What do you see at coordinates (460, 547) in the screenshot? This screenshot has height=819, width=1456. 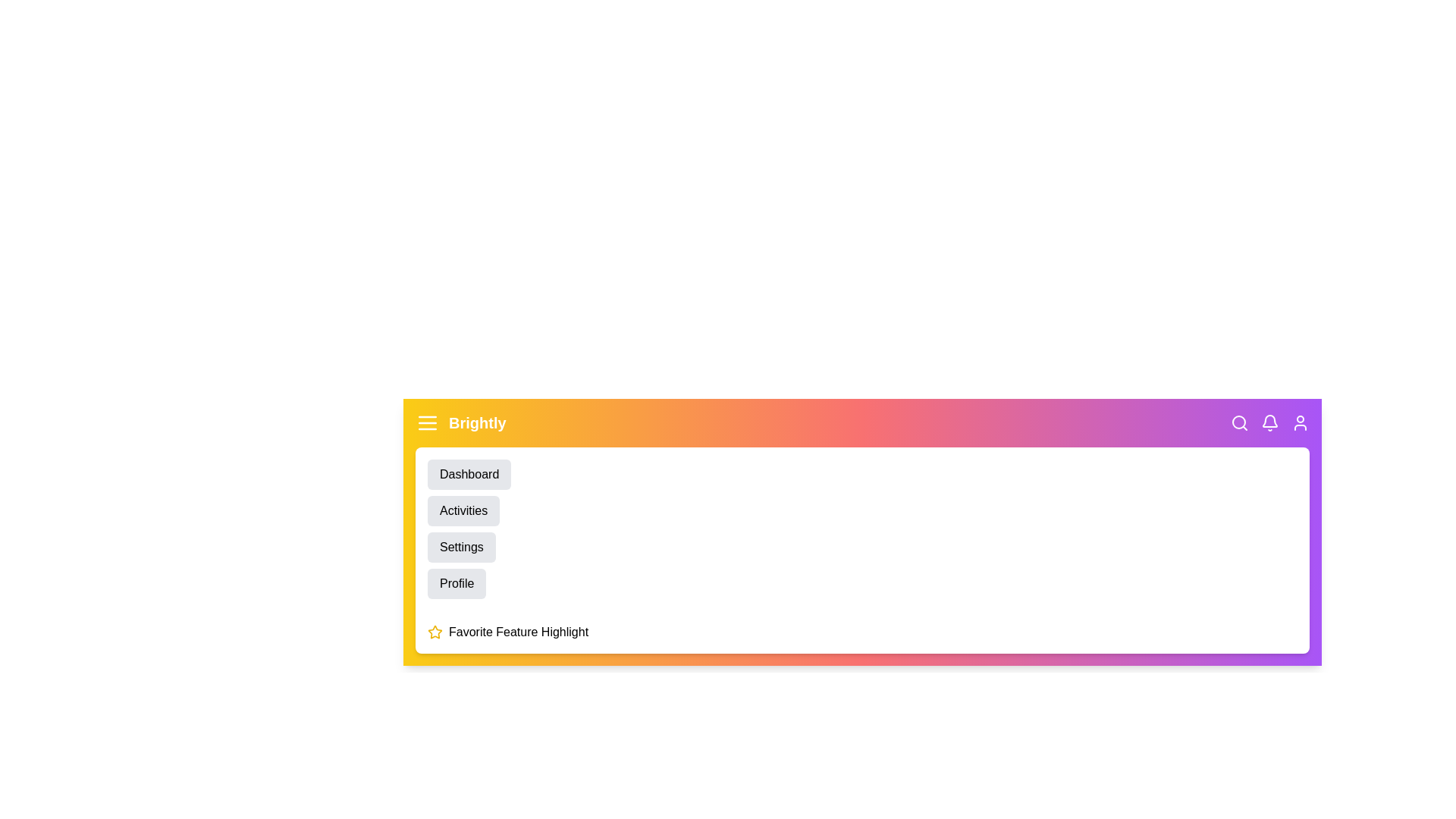 I see `the 'Settings' menu item in the menu` at bounding box center [460, 547].